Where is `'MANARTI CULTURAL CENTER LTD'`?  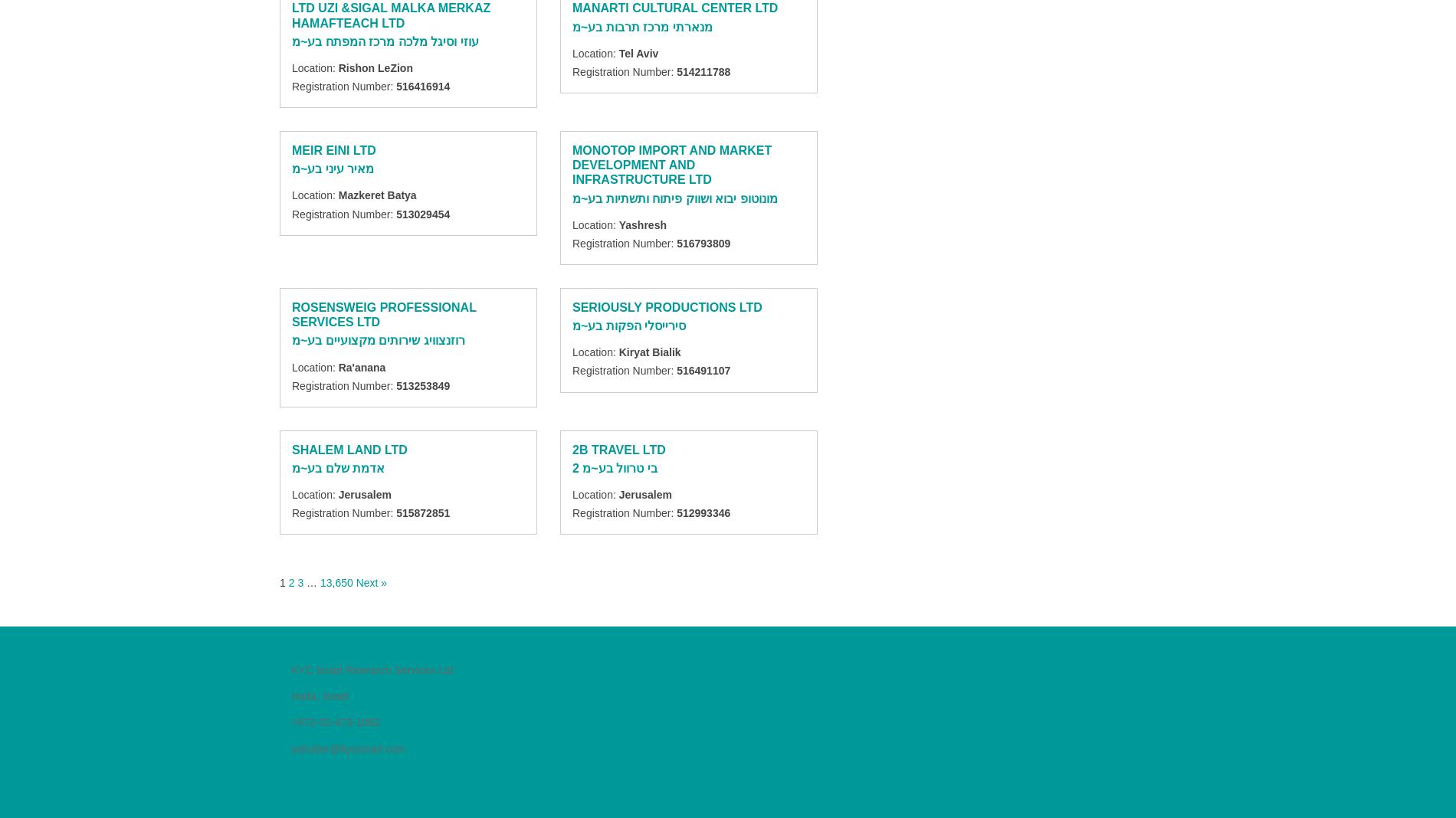
'MANARTI CULTURAL CENTER LTD' is located at coordinates (572, 7).